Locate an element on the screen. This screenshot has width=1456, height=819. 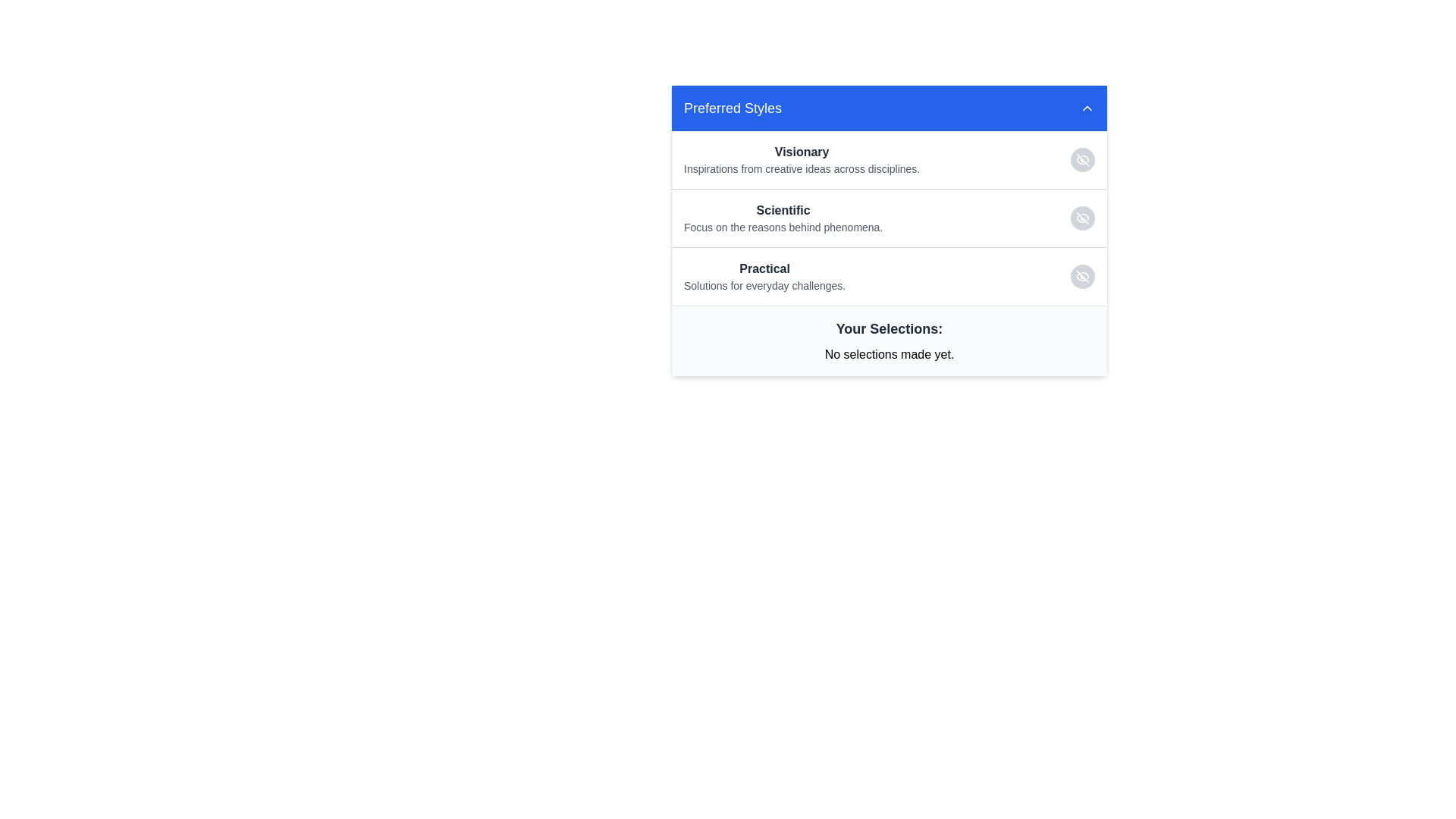
content displayed in the informational text section located below the 'Practical' section in the interface is located at coordinates (889, 340).